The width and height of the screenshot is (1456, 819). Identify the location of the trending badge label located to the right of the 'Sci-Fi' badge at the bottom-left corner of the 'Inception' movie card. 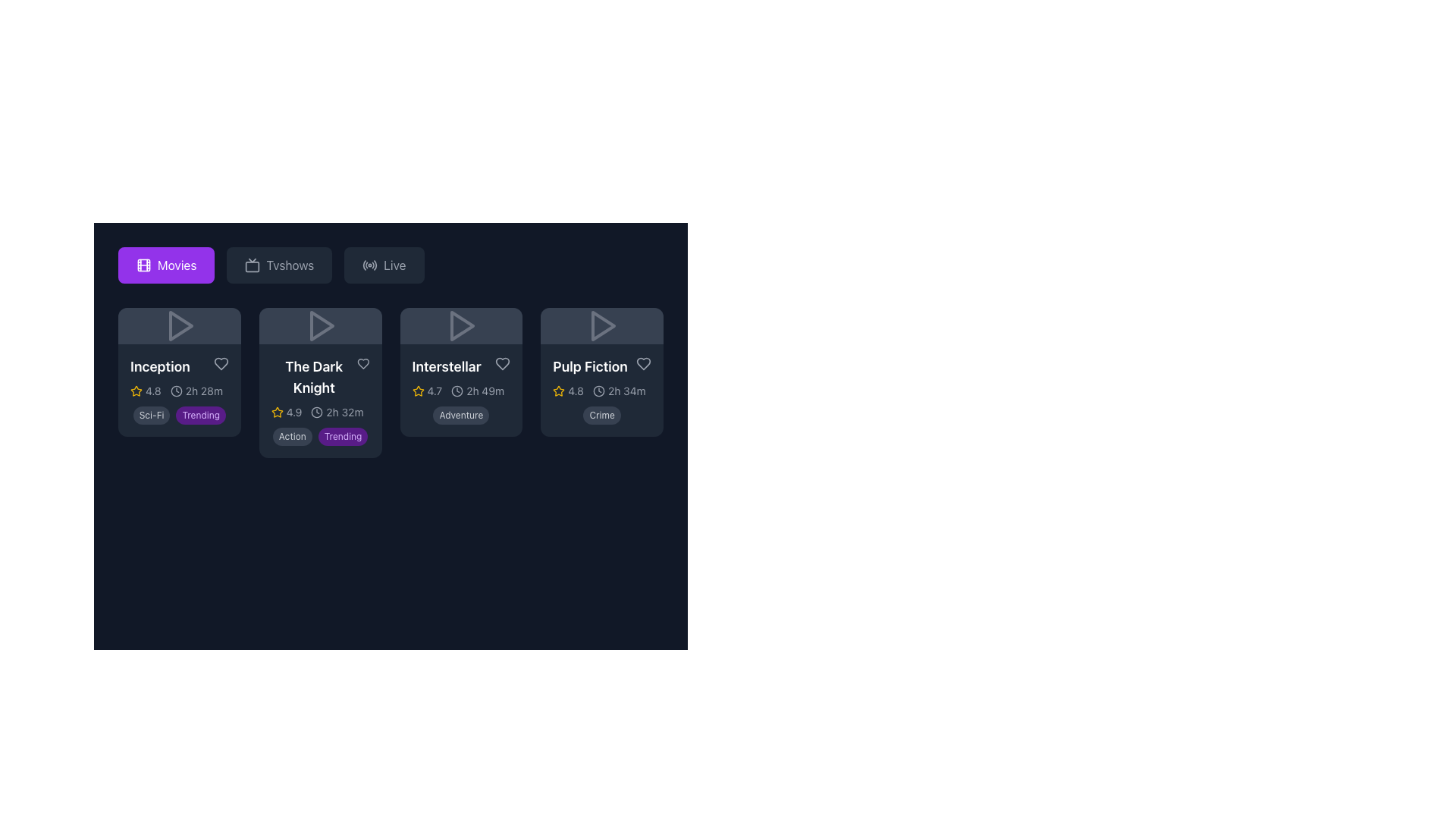
(200, 415).